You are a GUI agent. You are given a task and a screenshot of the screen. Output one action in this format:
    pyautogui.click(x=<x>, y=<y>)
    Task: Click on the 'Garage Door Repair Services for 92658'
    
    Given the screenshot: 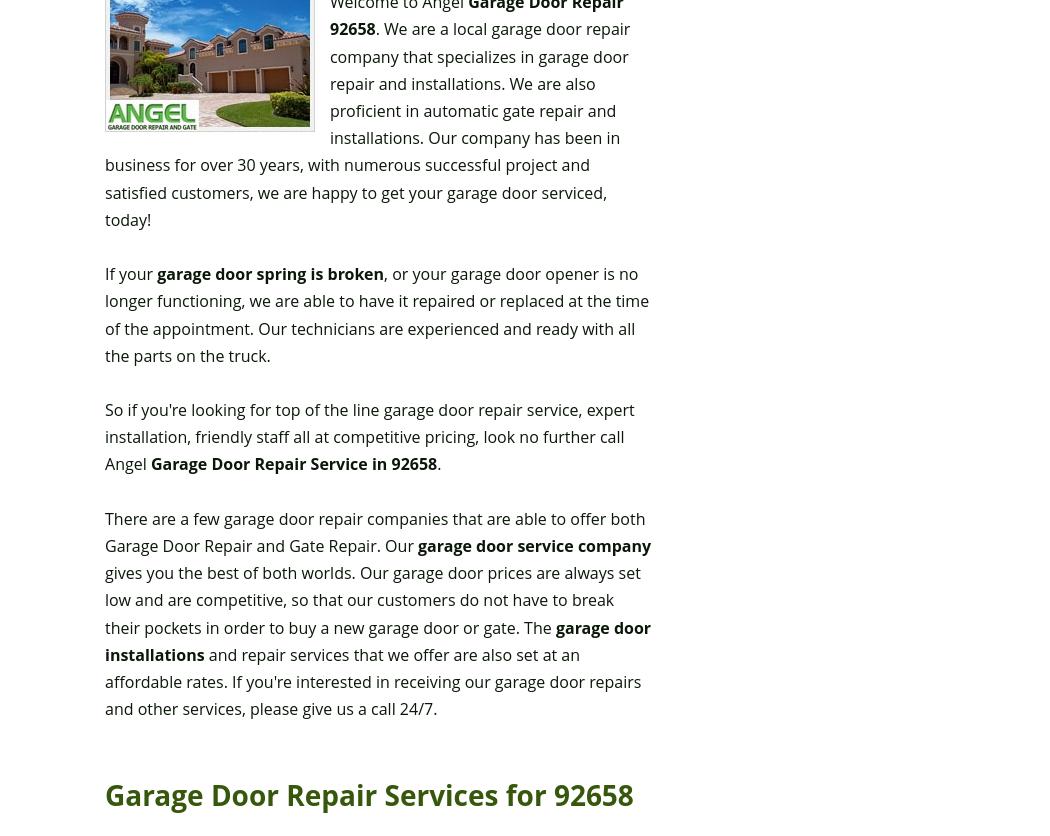 What is the action you would take?
    pyautogui.click(x=367, y=793)
    